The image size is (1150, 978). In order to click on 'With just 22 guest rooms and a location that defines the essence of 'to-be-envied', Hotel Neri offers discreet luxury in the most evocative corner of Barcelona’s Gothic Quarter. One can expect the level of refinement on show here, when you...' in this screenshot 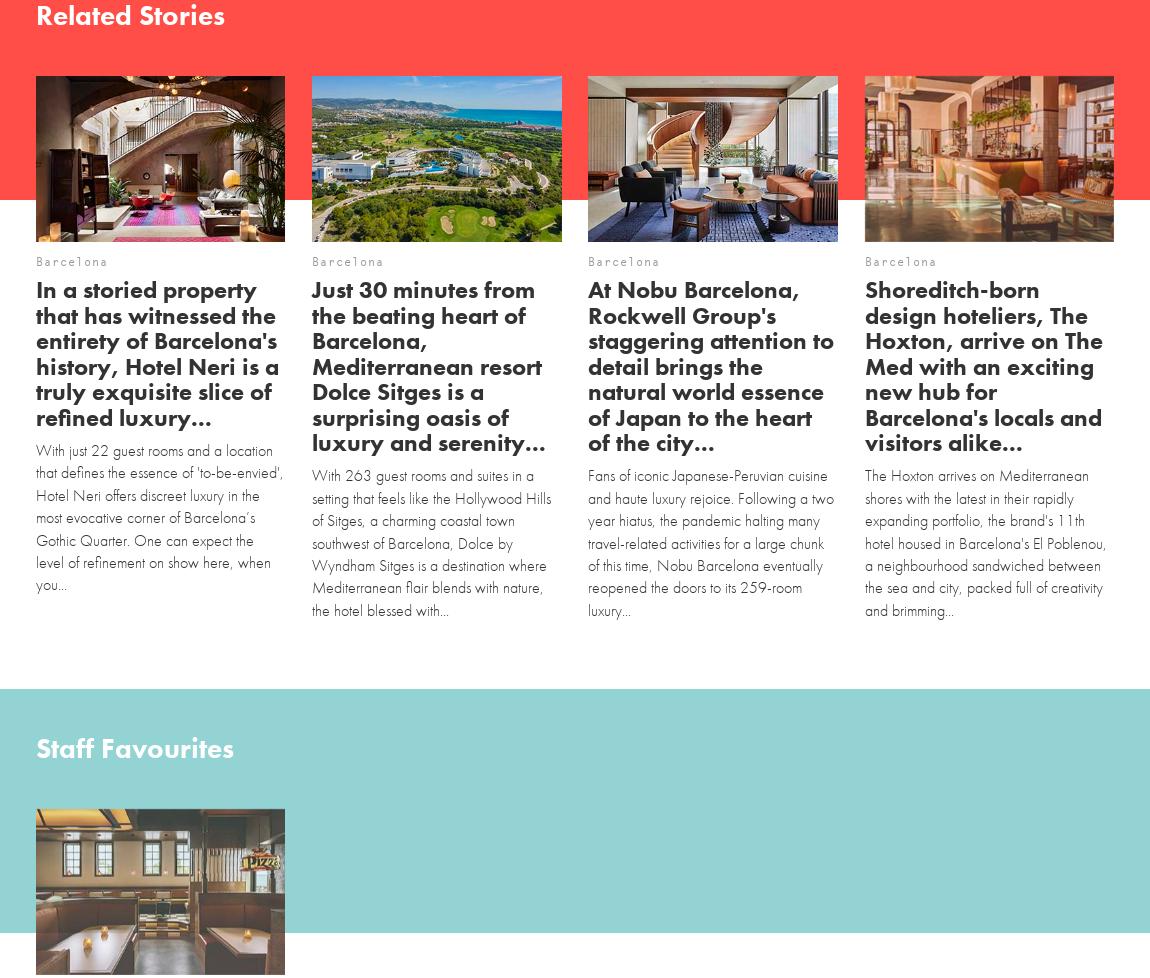, I will do `click(34, 517)`.